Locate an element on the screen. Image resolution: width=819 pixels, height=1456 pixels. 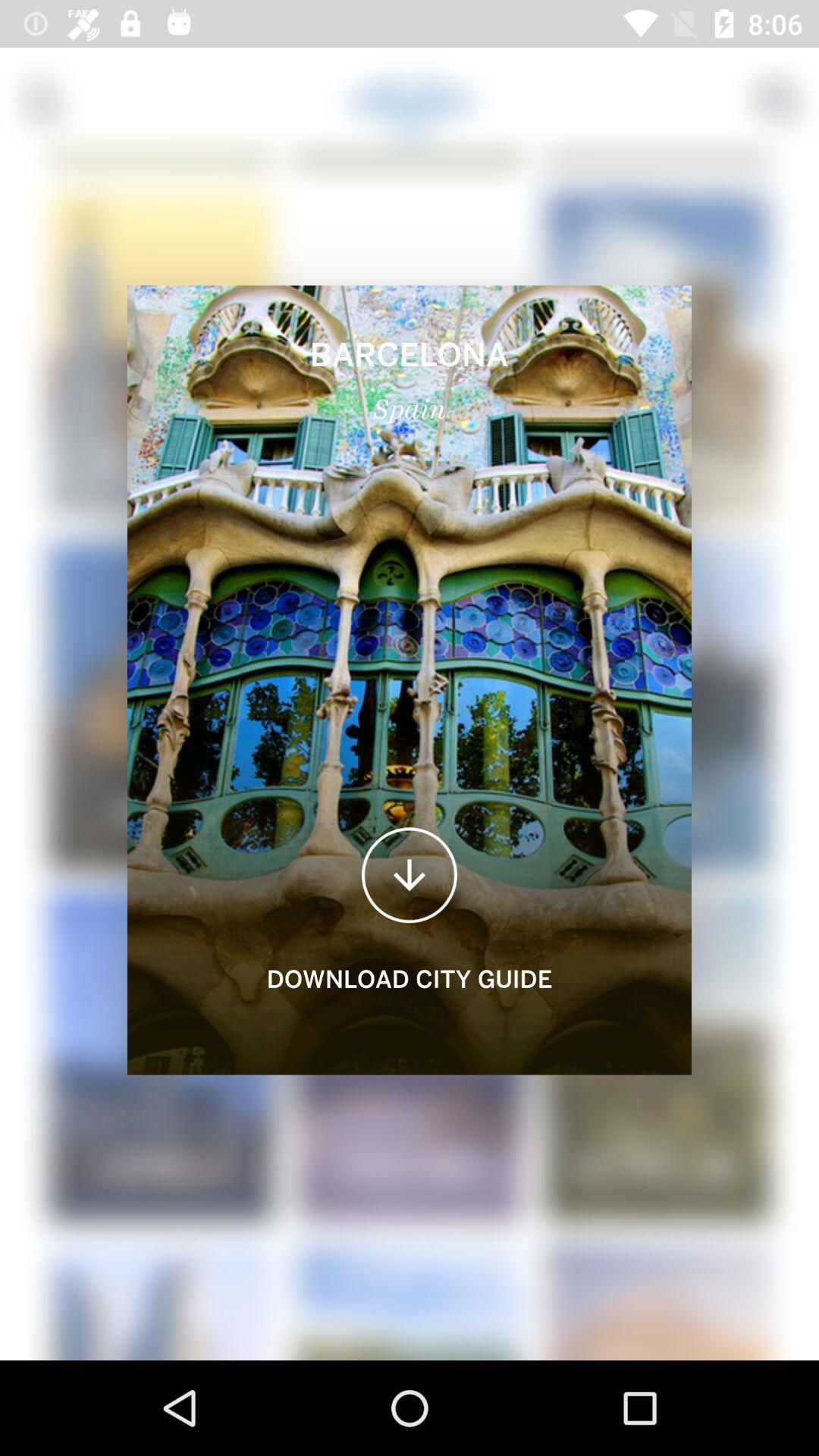
the file_download icon is located at coordinates (409, 875).